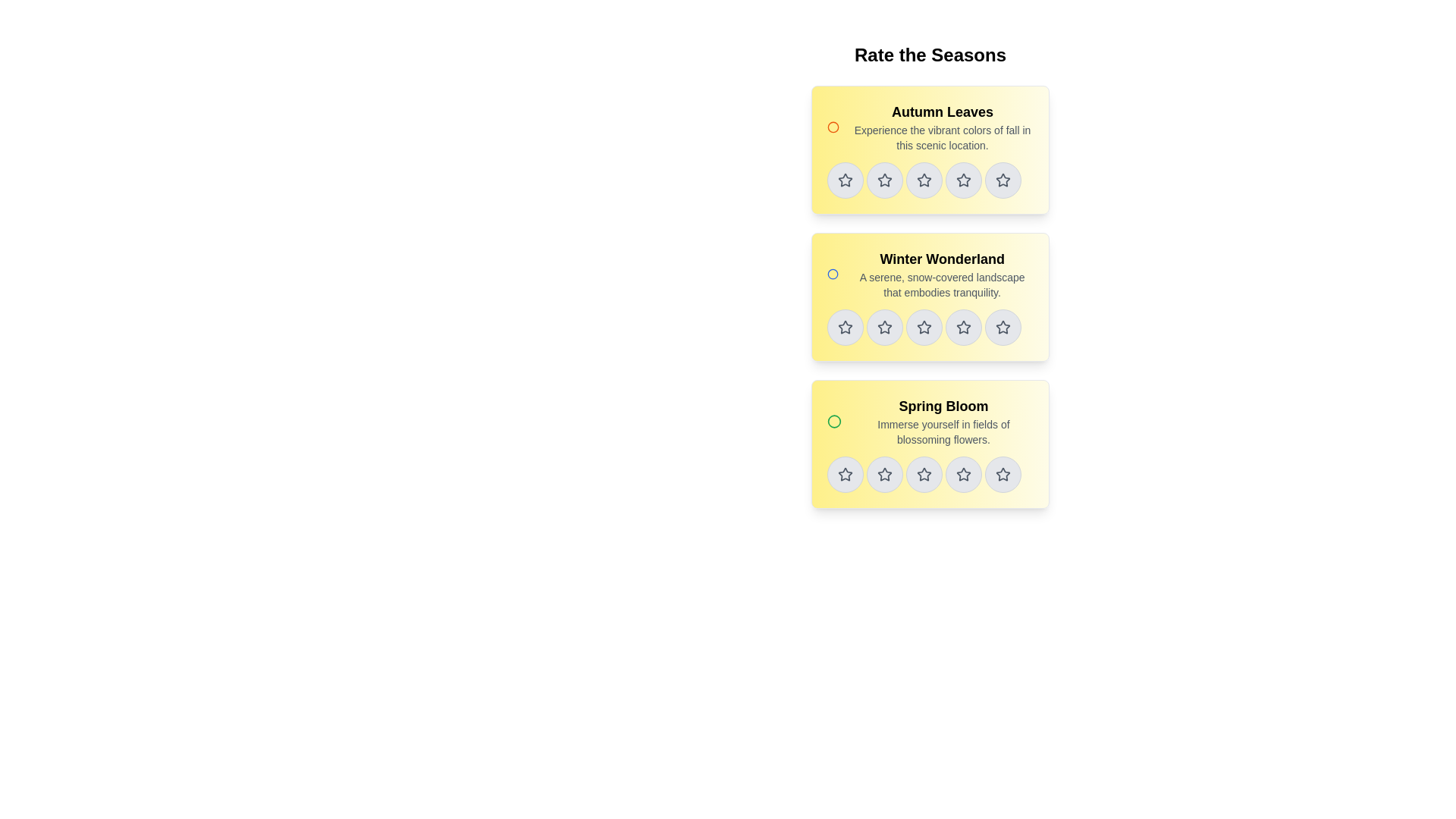  I want to click on the fifth star icon for rating, so click(1002, 178).